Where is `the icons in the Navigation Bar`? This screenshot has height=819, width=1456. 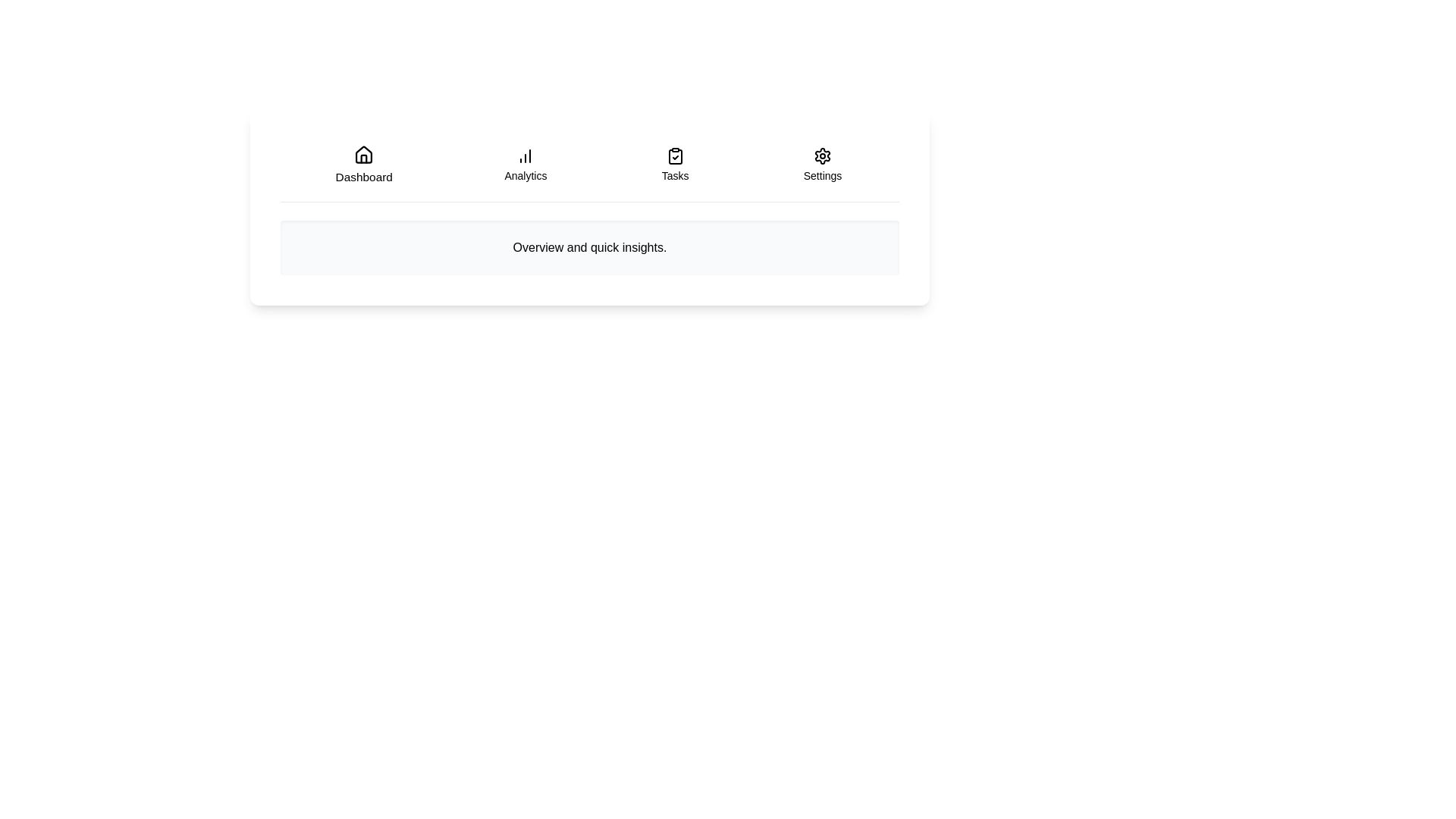 the icons in the Navigation Bar is located at coordinates (588, 171).